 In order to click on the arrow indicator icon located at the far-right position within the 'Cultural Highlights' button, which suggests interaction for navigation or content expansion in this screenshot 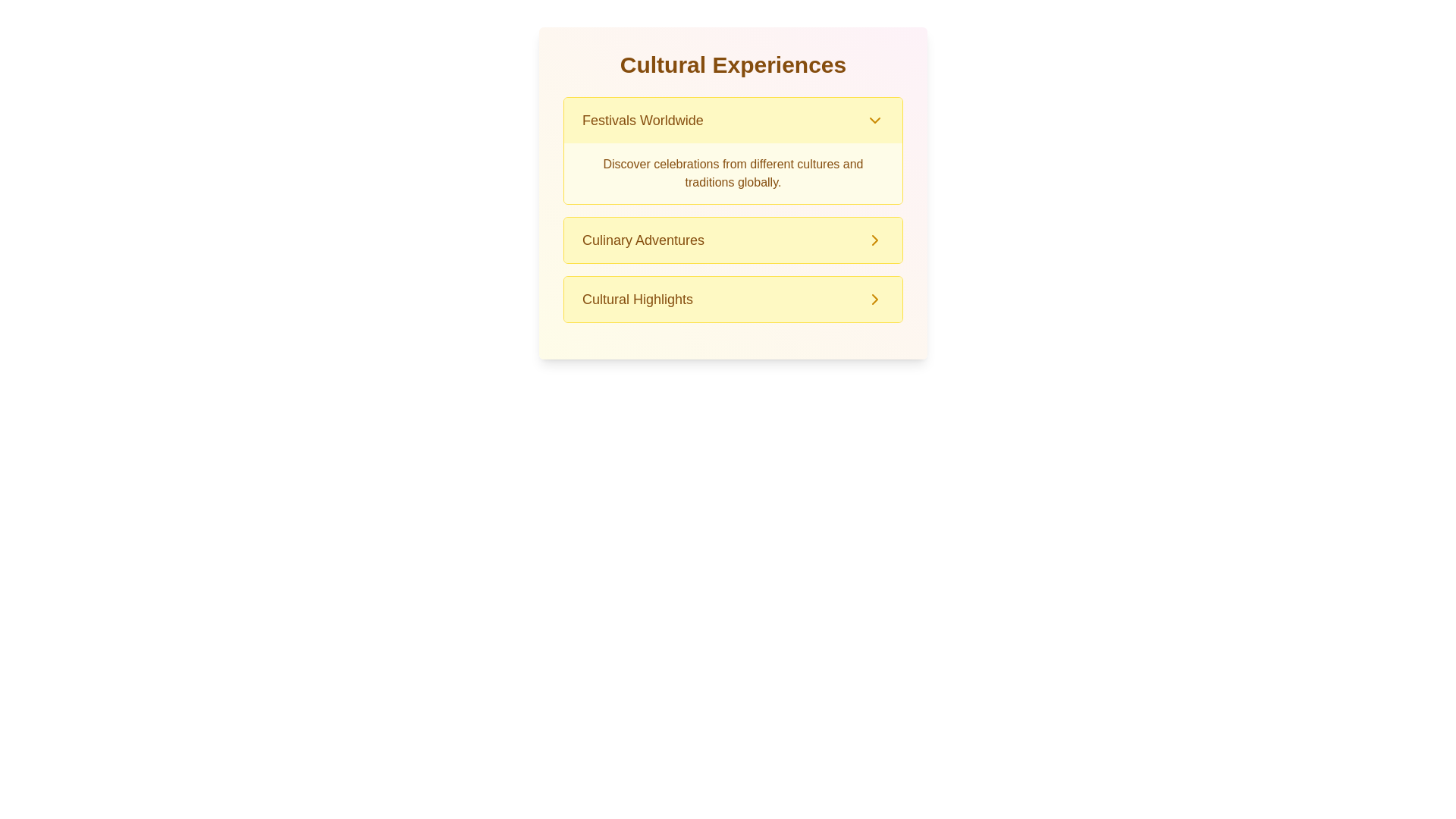, I will do `click(874, 299)`.